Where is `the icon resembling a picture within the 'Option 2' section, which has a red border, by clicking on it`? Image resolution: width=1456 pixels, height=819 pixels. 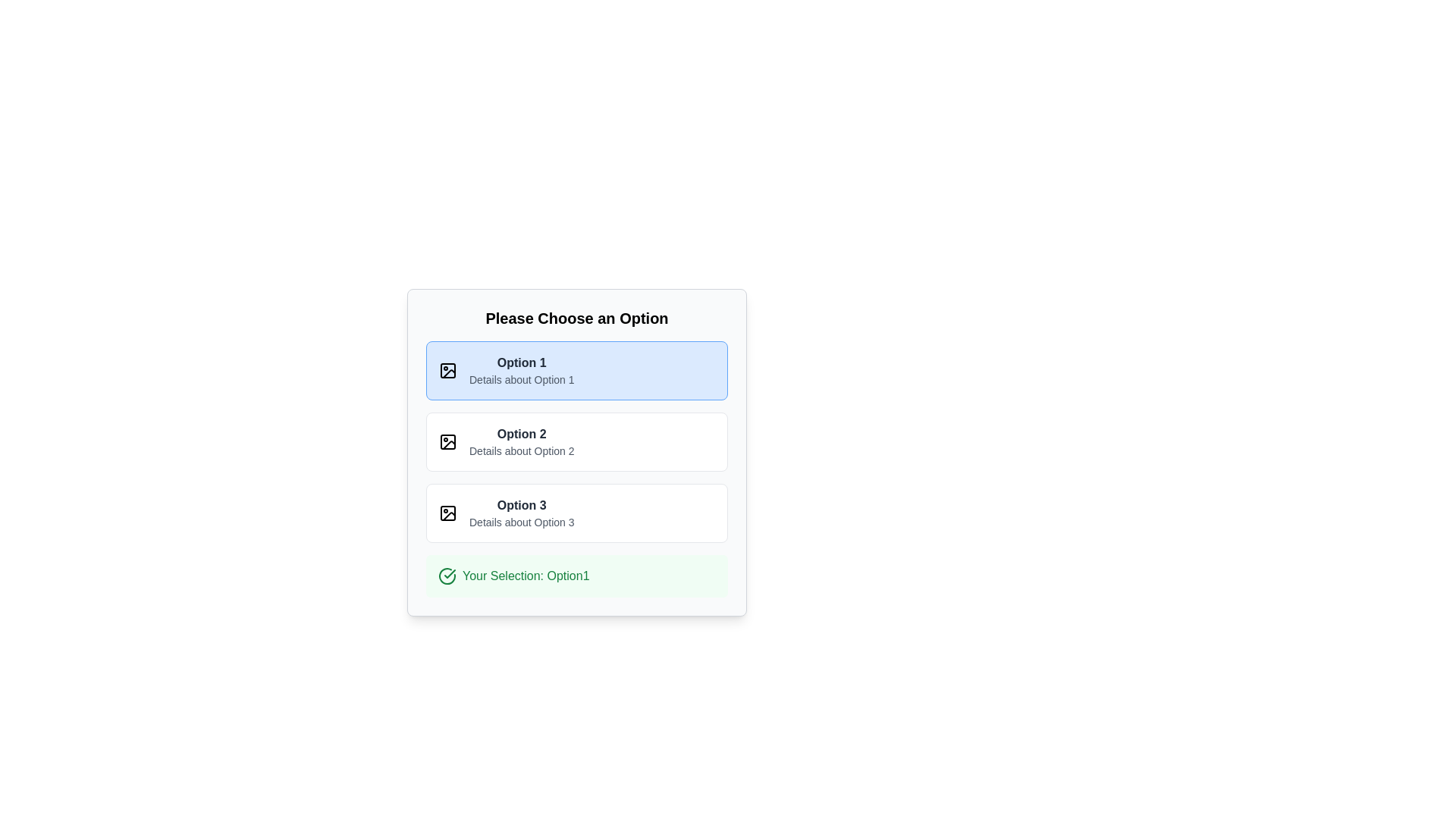 the icon resembling a picture within the 'Option 2' section, which has a red border, by clicking on it is located at coordinates (447, 441).